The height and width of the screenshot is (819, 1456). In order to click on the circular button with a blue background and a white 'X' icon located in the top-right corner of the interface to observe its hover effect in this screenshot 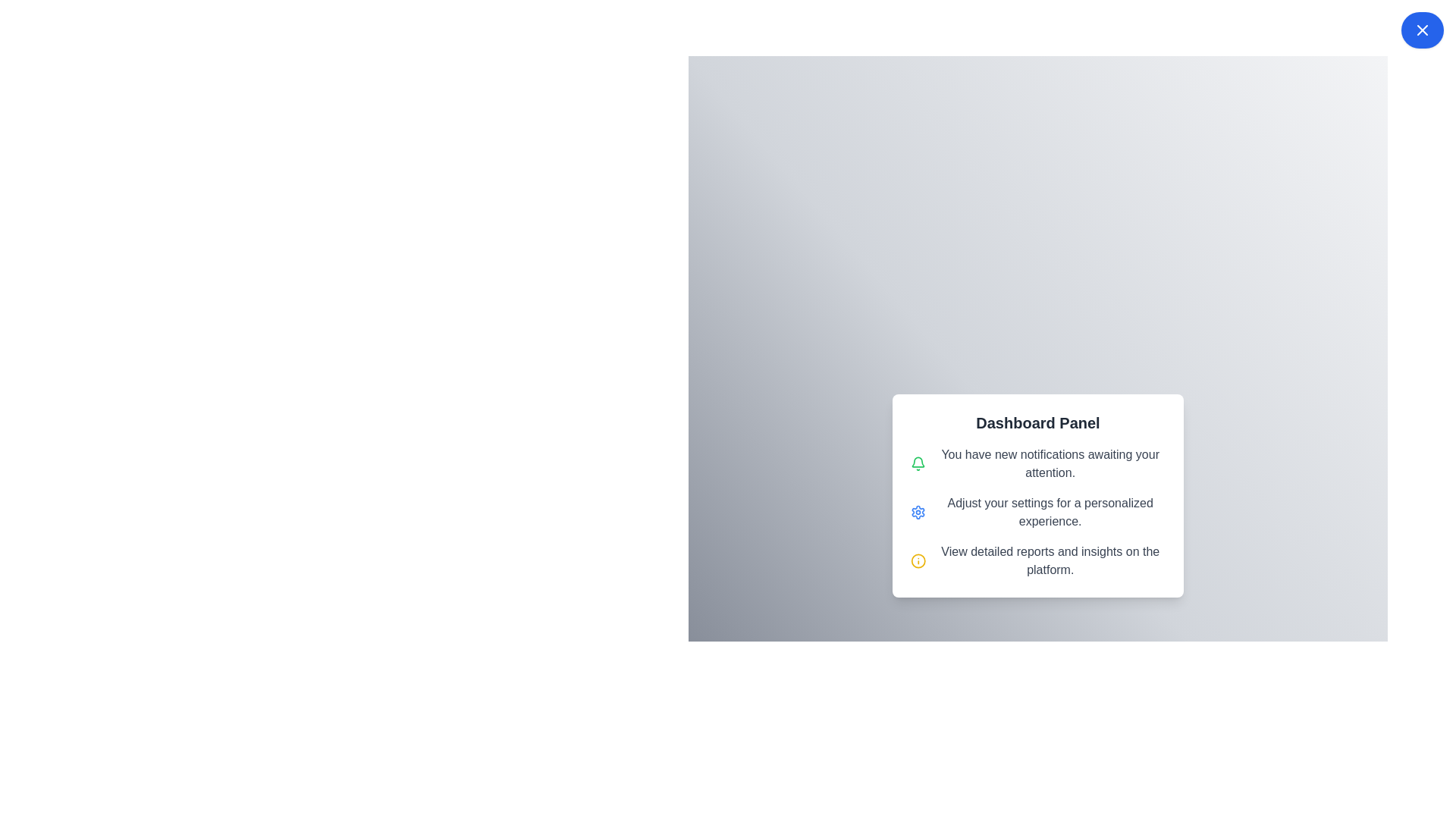, I will do `click(1422, 30)`.